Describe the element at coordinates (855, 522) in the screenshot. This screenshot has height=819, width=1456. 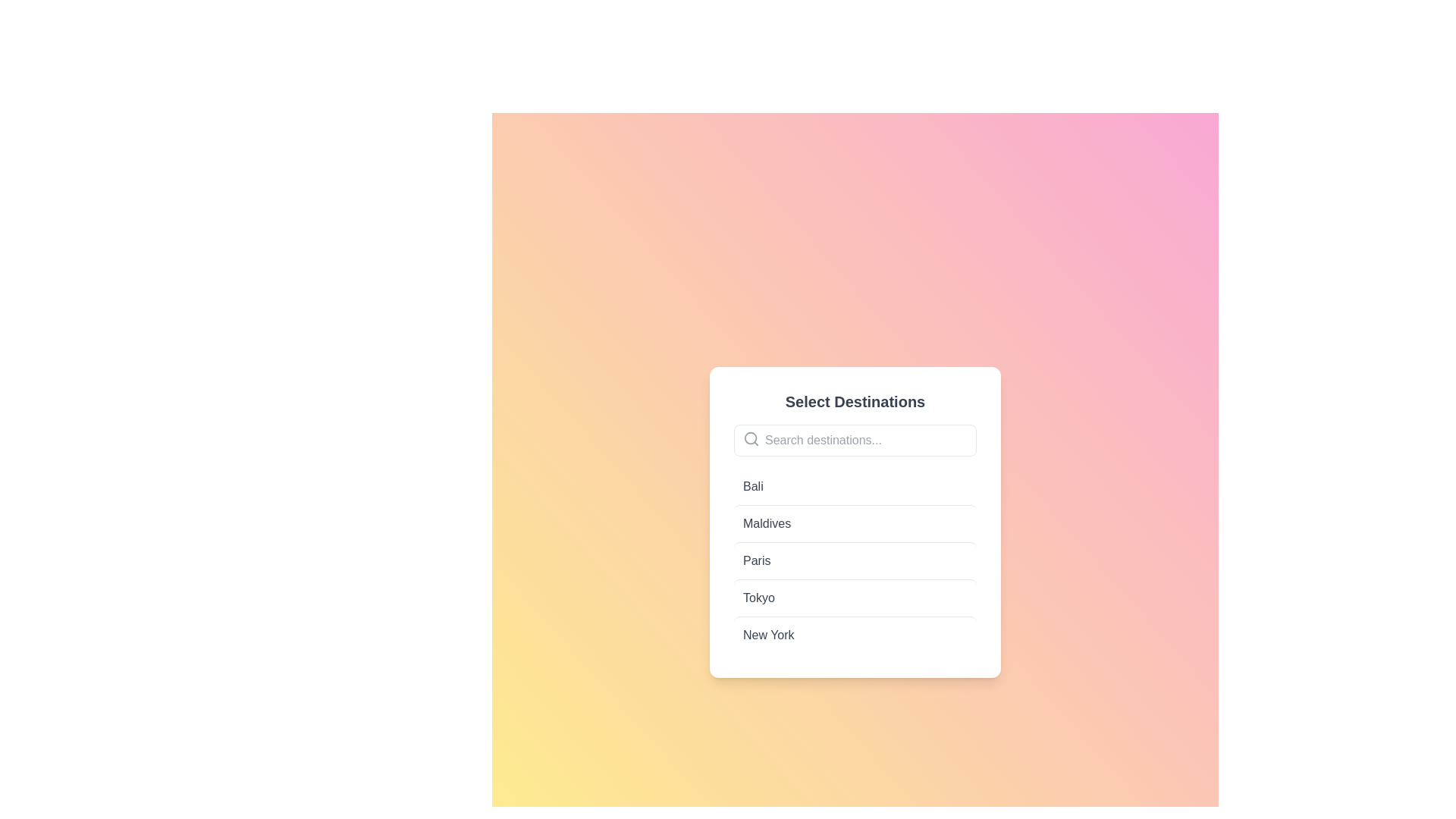
I see `the second list item representing 'Maldives' in the vertical list of selectable destinations` at that location.